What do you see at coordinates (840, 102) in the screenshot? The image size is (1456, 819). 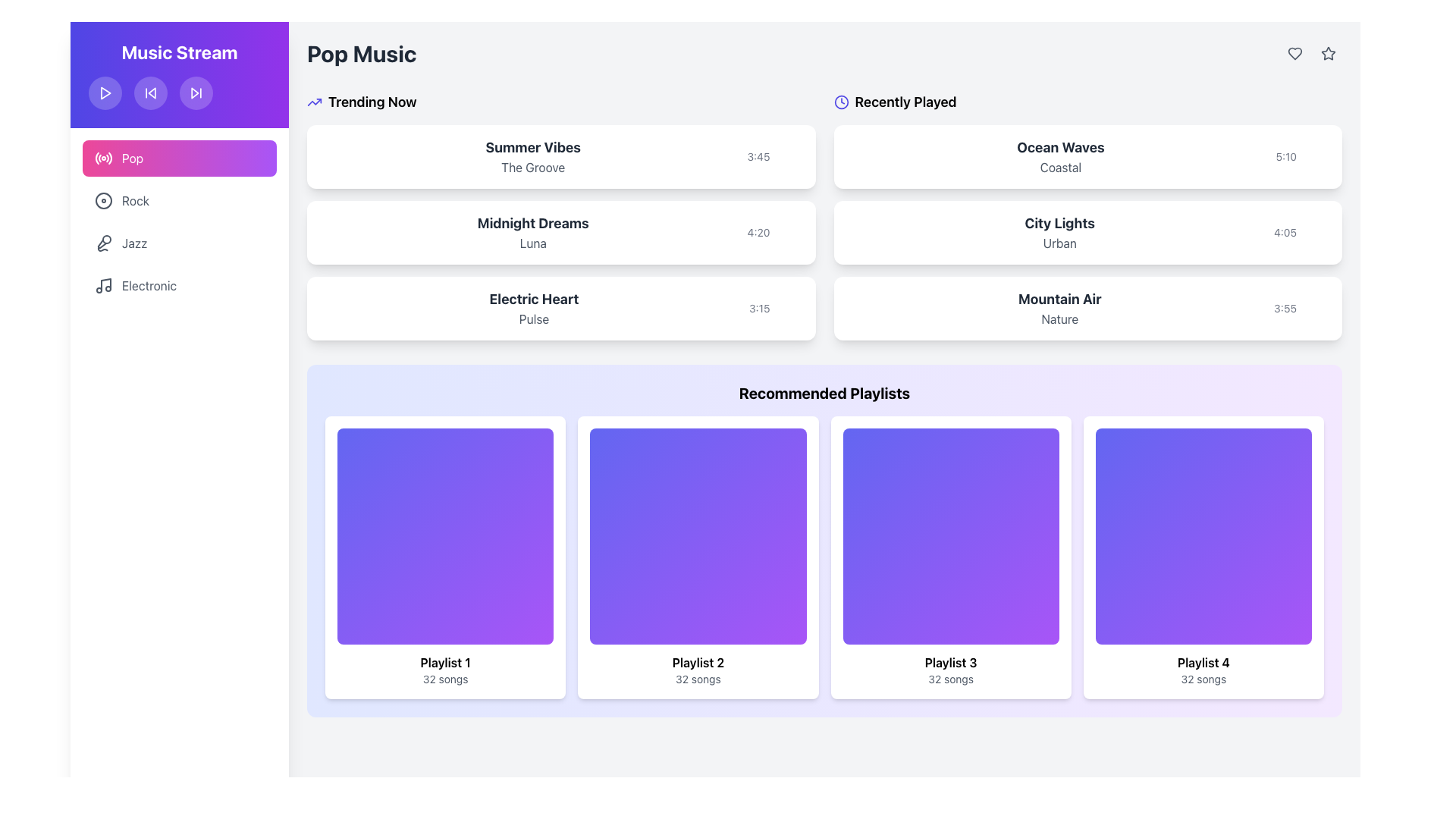 I see `properties of the Circular SVG element that is part of the clock icon, located at the top-right section near the 'Recently Played' header` at bounding box center [840, 102].